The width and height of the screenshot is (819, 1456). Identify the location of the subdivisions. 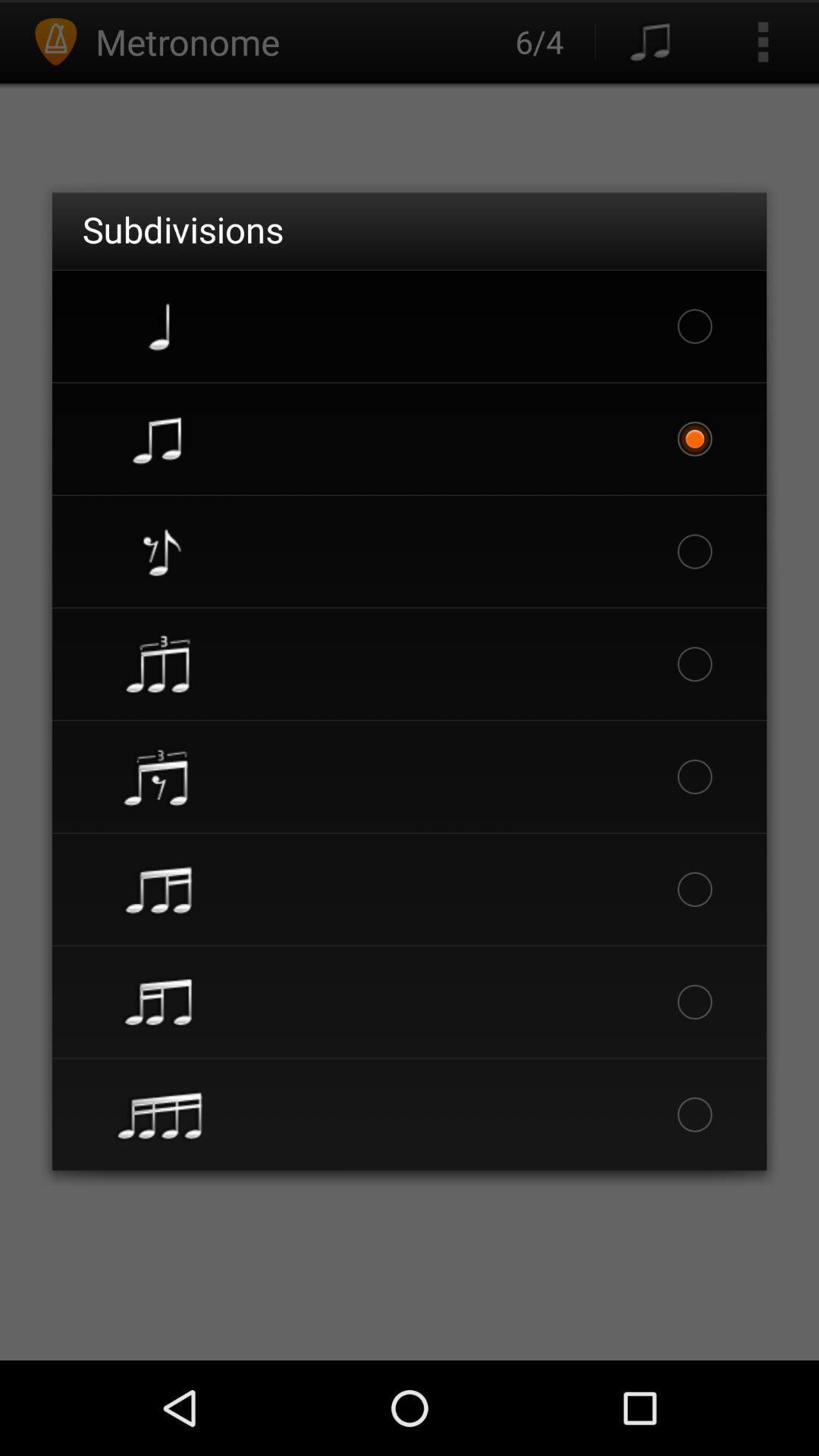
(182, 228).